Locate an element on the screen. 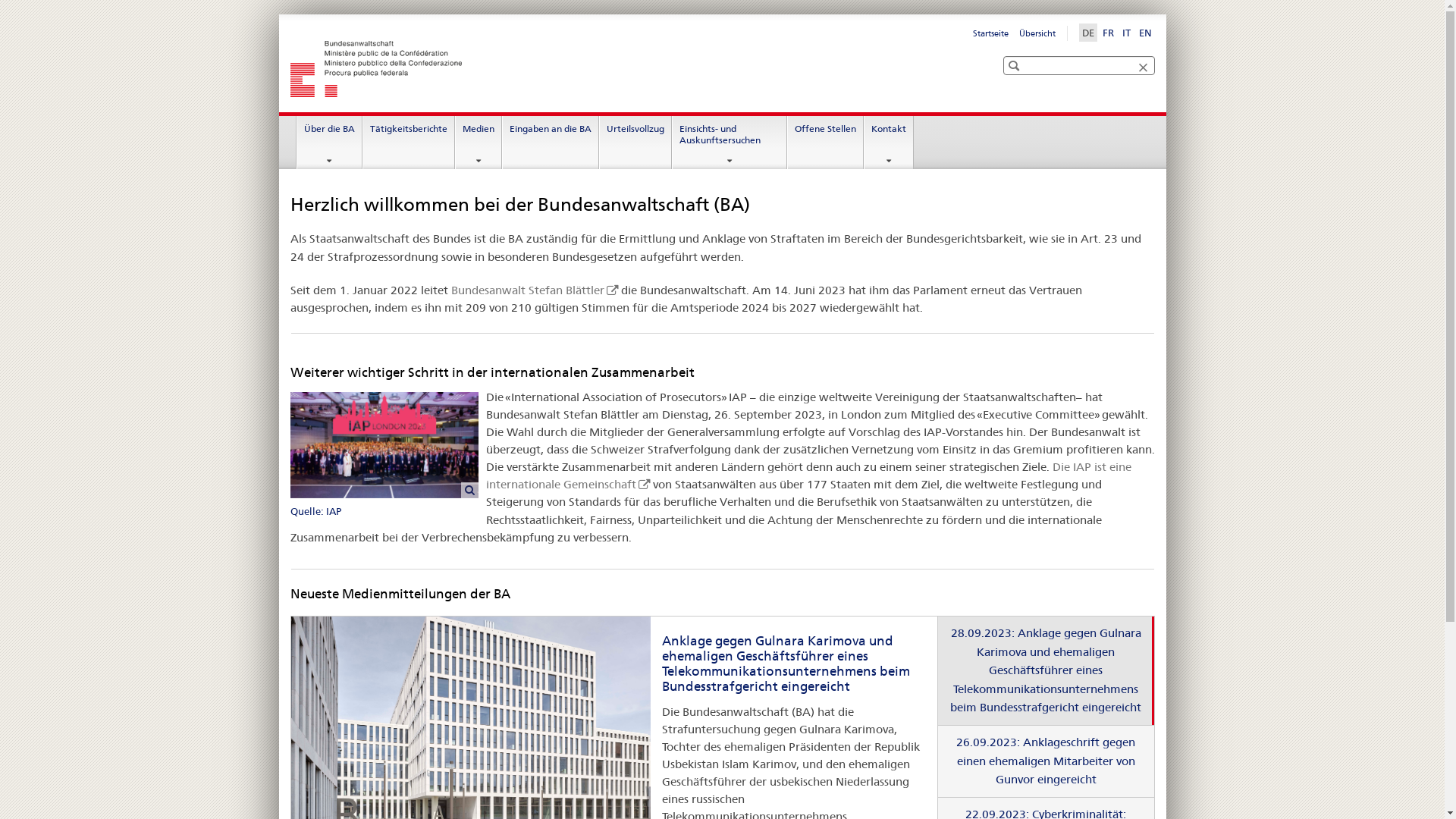 The width and height of the screenshot is (1456, 819). 'IT' is located at coordinates (1119, 32).